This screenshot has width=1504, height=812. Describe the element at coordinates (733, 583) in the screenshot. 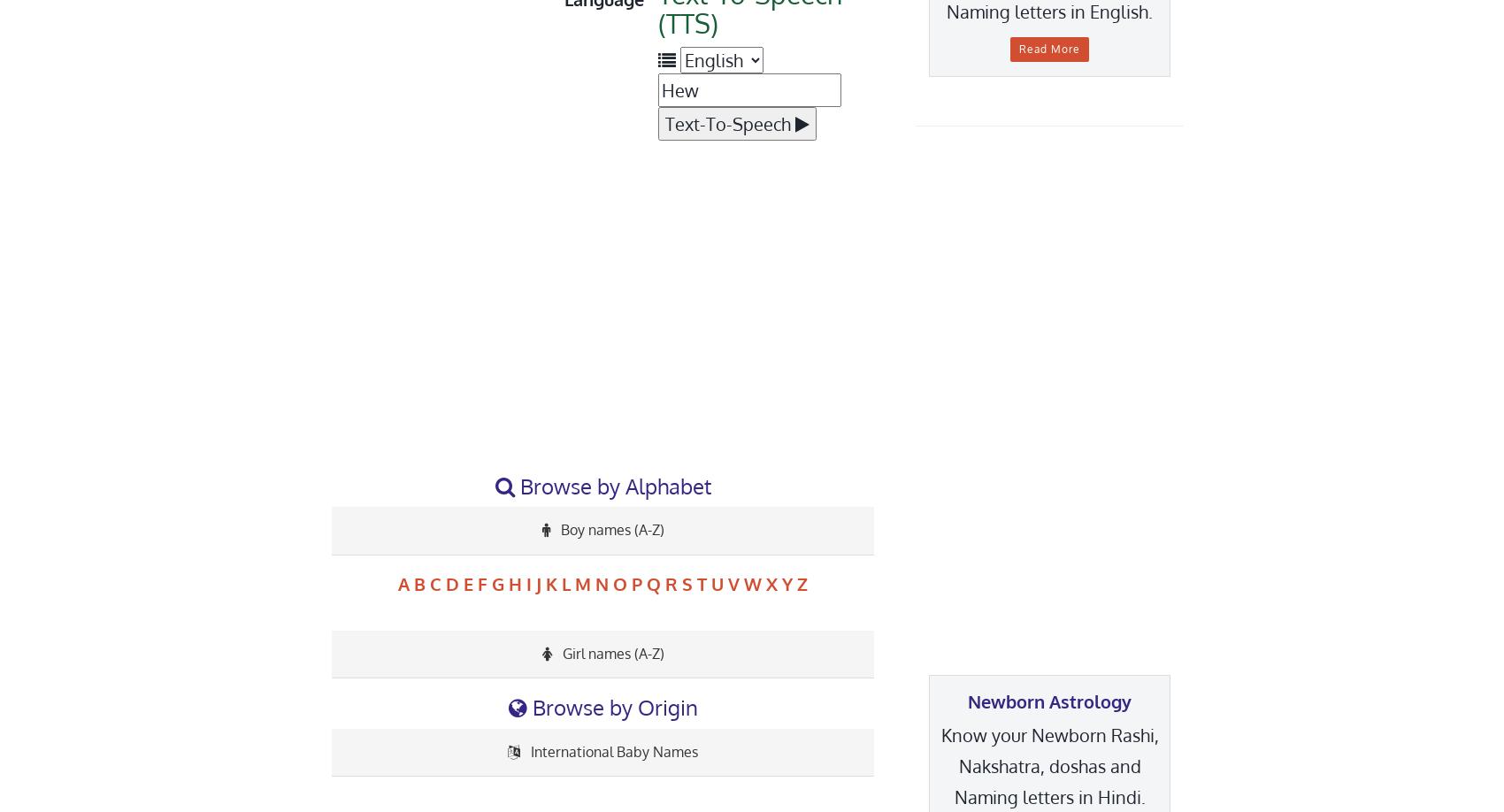

I see `'V'` at that location.